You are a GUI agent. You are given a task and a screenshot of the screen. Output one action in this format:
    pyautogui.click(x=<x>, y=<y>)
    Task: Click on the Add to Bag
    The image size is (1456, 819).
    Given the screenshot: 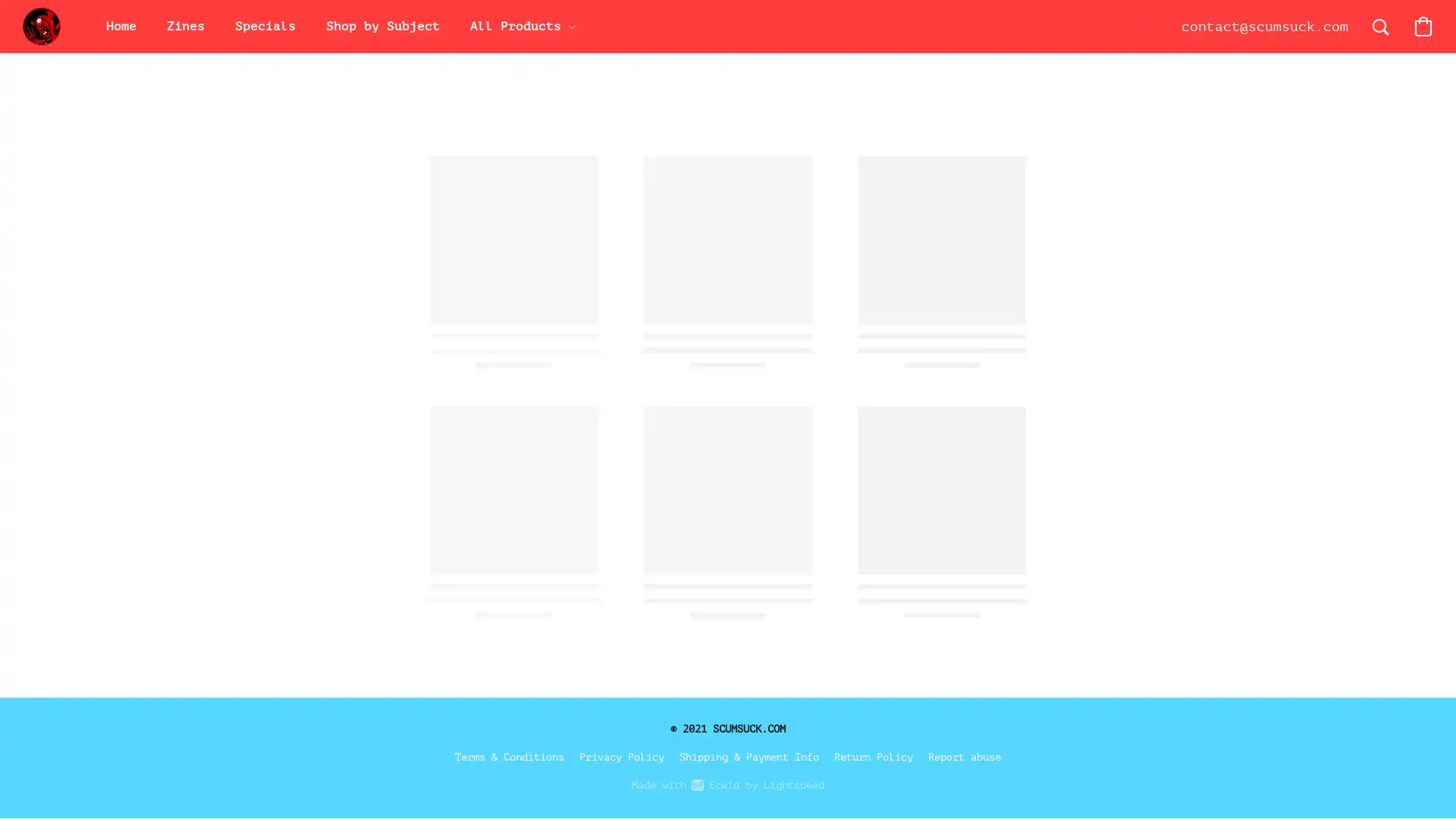 What is the action you would take?
    pyautogui.click(x=993, y=488)
    